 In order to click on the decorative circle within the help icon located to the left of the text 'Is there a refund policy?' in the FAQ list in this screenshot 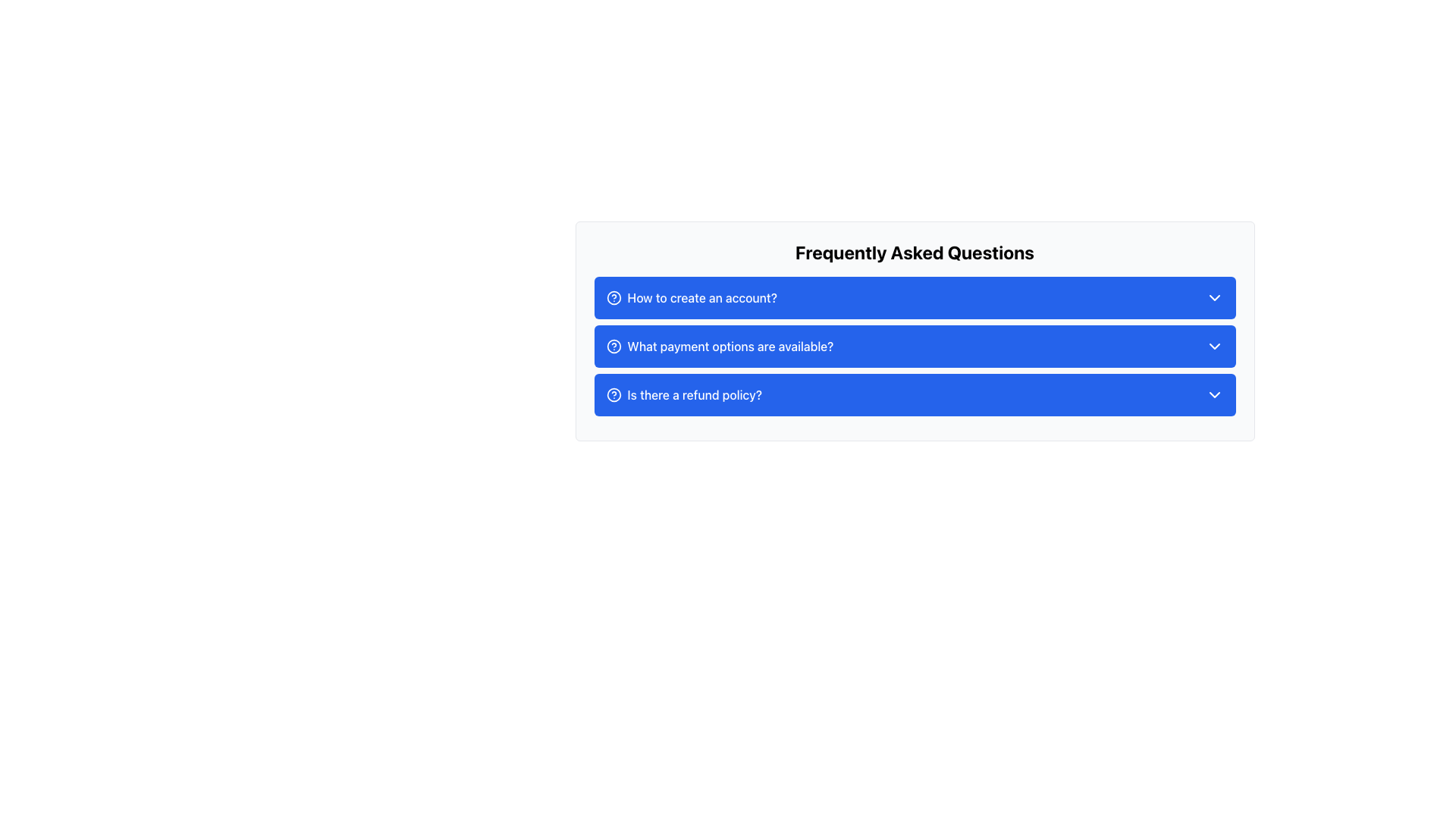, I will do `click(613, 394)`.